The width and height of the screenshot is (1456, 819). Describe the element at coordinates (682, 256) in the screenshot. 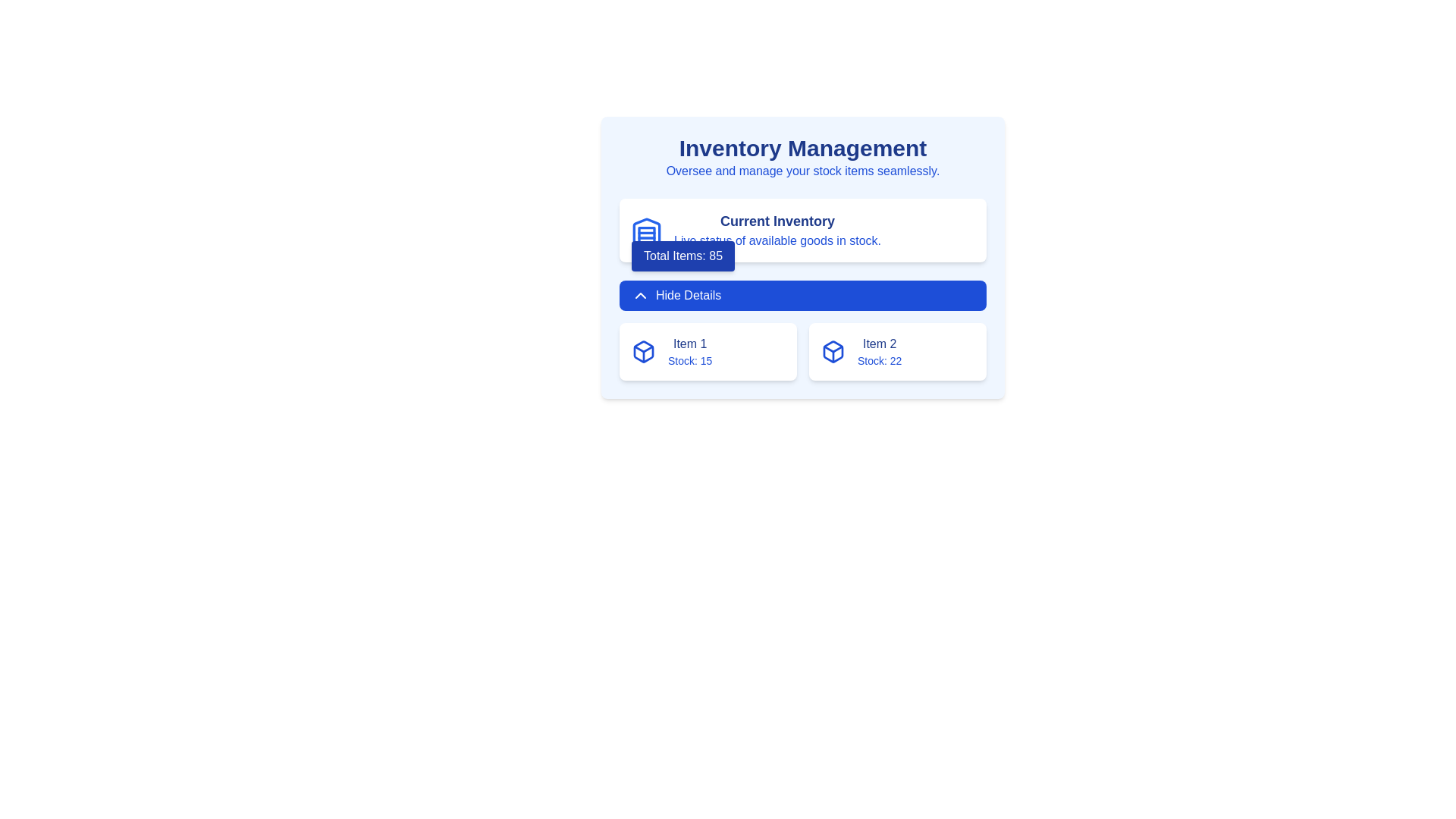

I see `the Text Display Box showing 'Total Items: 85' for additional information` at that location.